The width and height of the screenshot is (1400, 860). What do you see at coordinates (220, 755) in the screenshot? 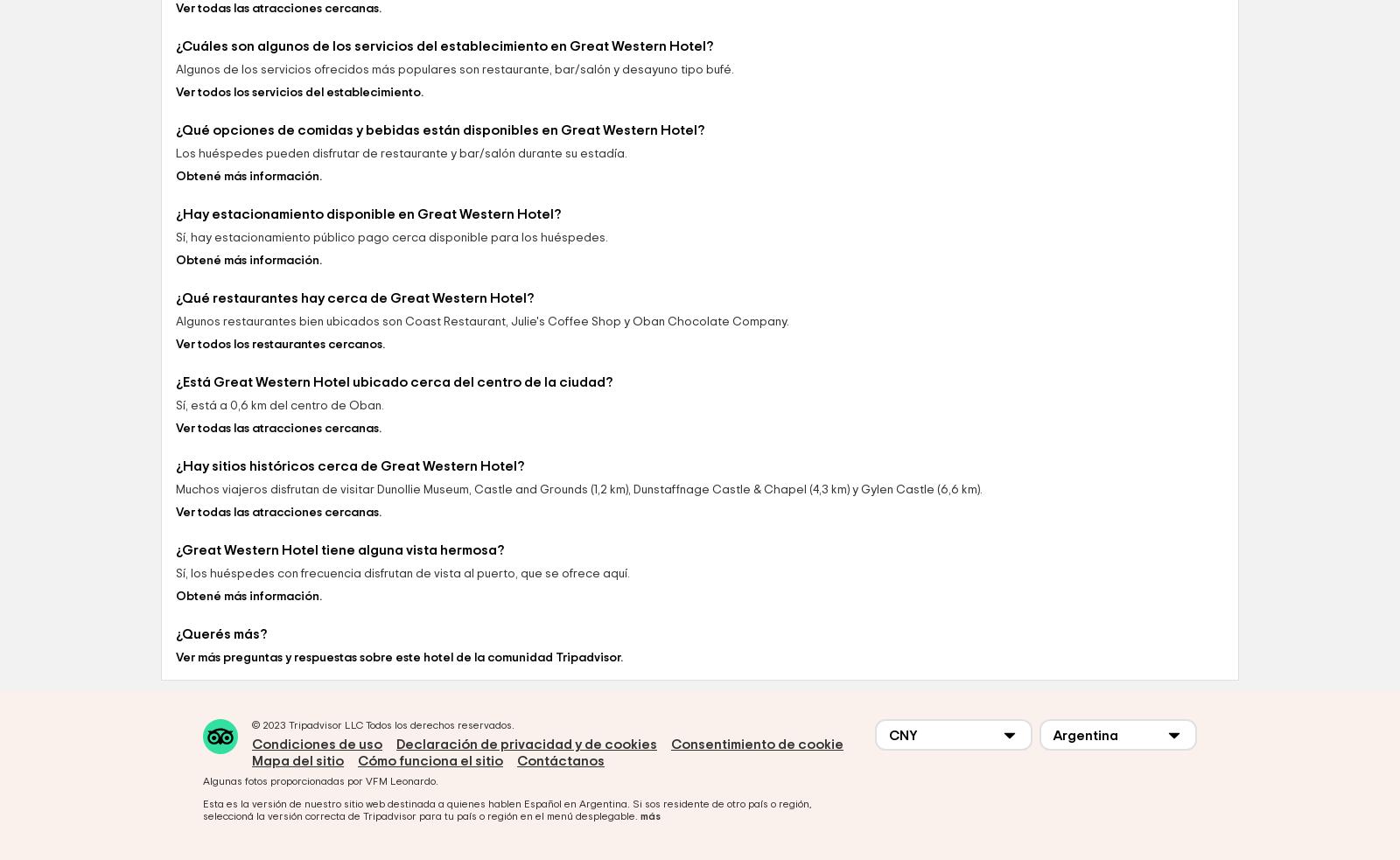
I see `'¿Querés más?'` at bounding box center [220, 755].